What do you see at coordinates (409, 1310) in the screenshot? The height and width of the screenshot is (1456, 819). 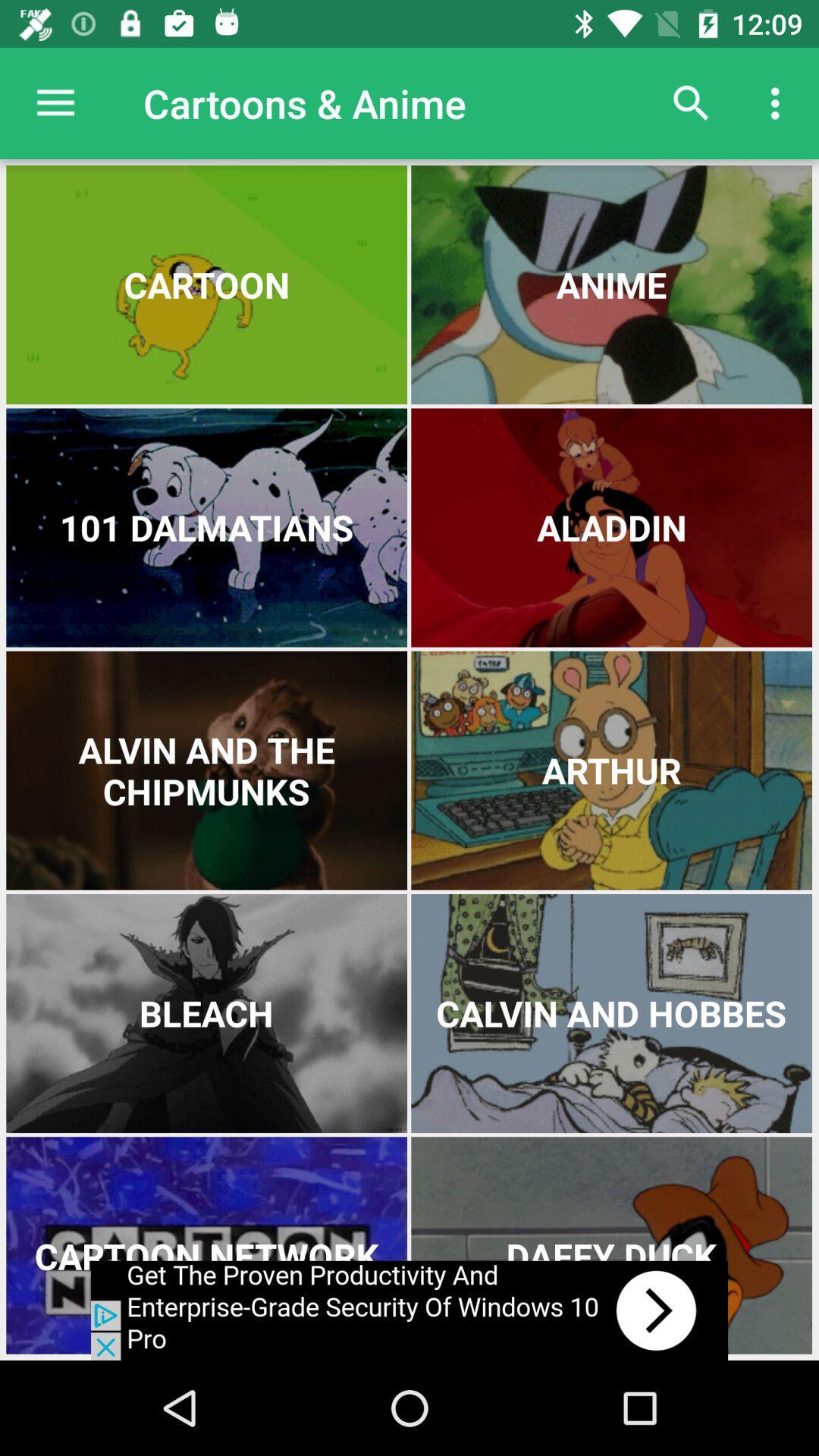 I see `advertising` at bounding box center [409, 1310].